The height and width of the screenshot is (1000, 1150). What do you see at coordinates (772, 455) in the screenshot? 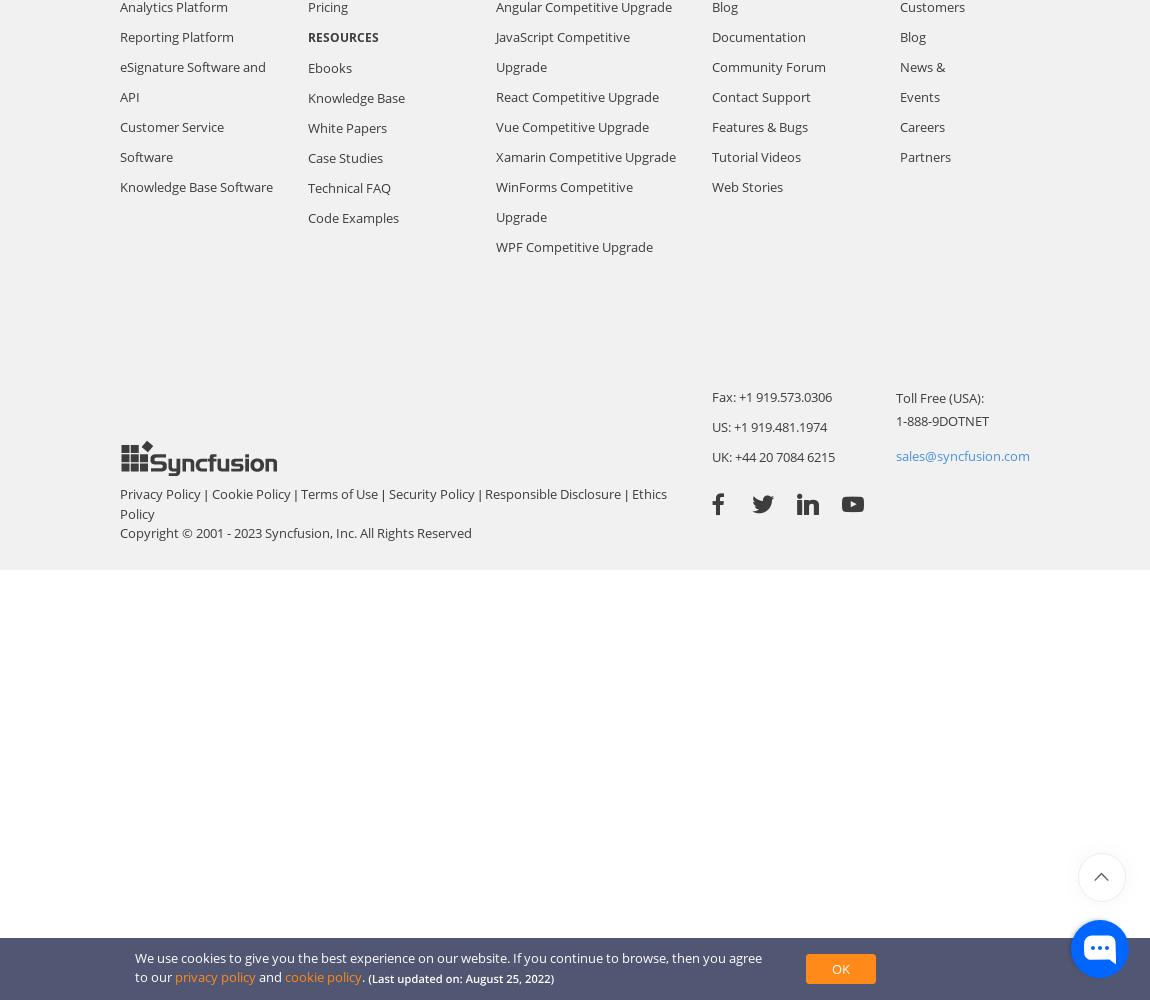
I see `'UK: +44 20 7084 6215'` at bounding box center [772, 455].